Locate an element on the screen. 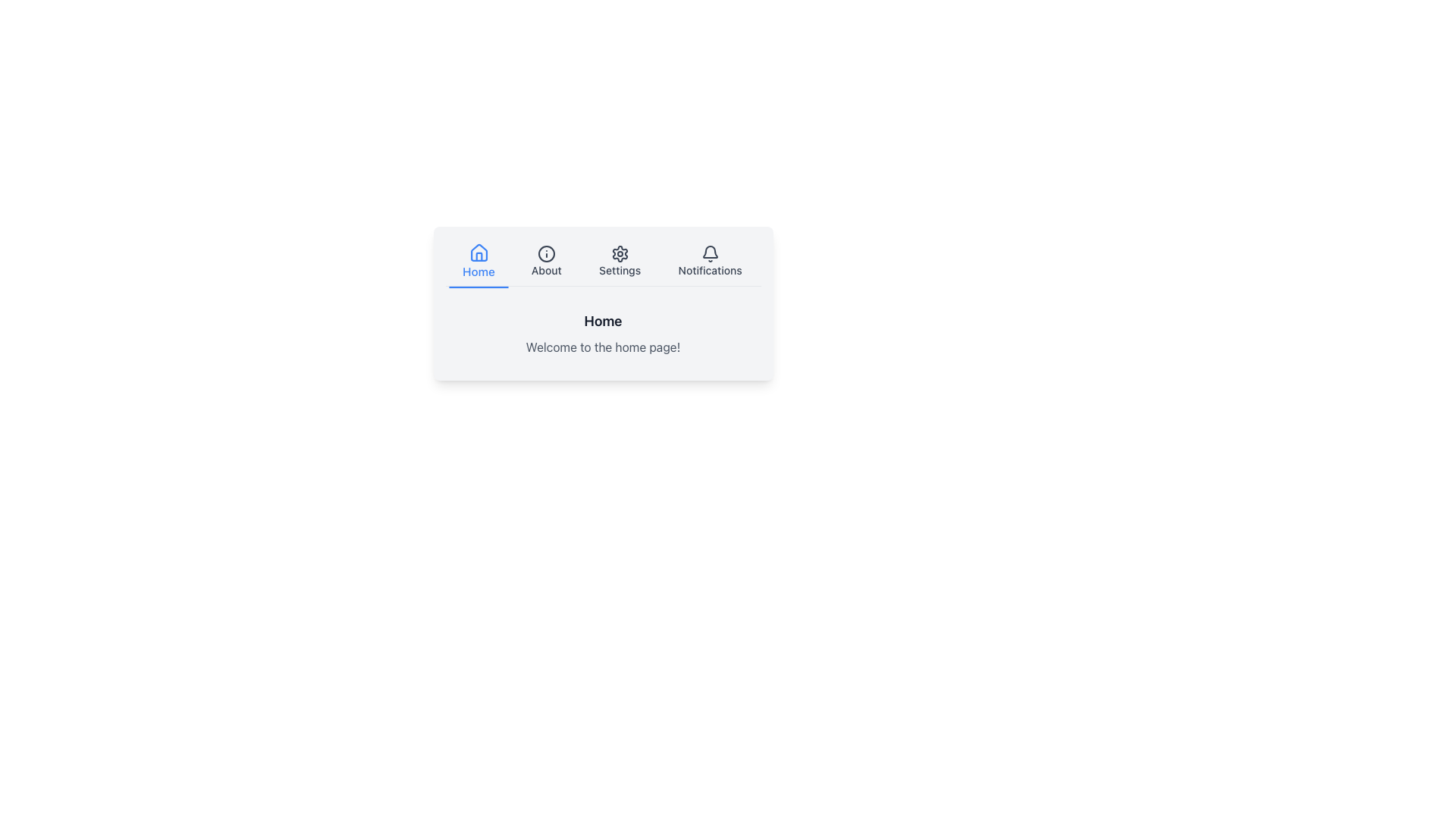 This screenshot has height=819, width=1456. the text block titled 'Home' which displays 'Welcome to the home page!' located below the navigation options is located at coordinates (602, 332).